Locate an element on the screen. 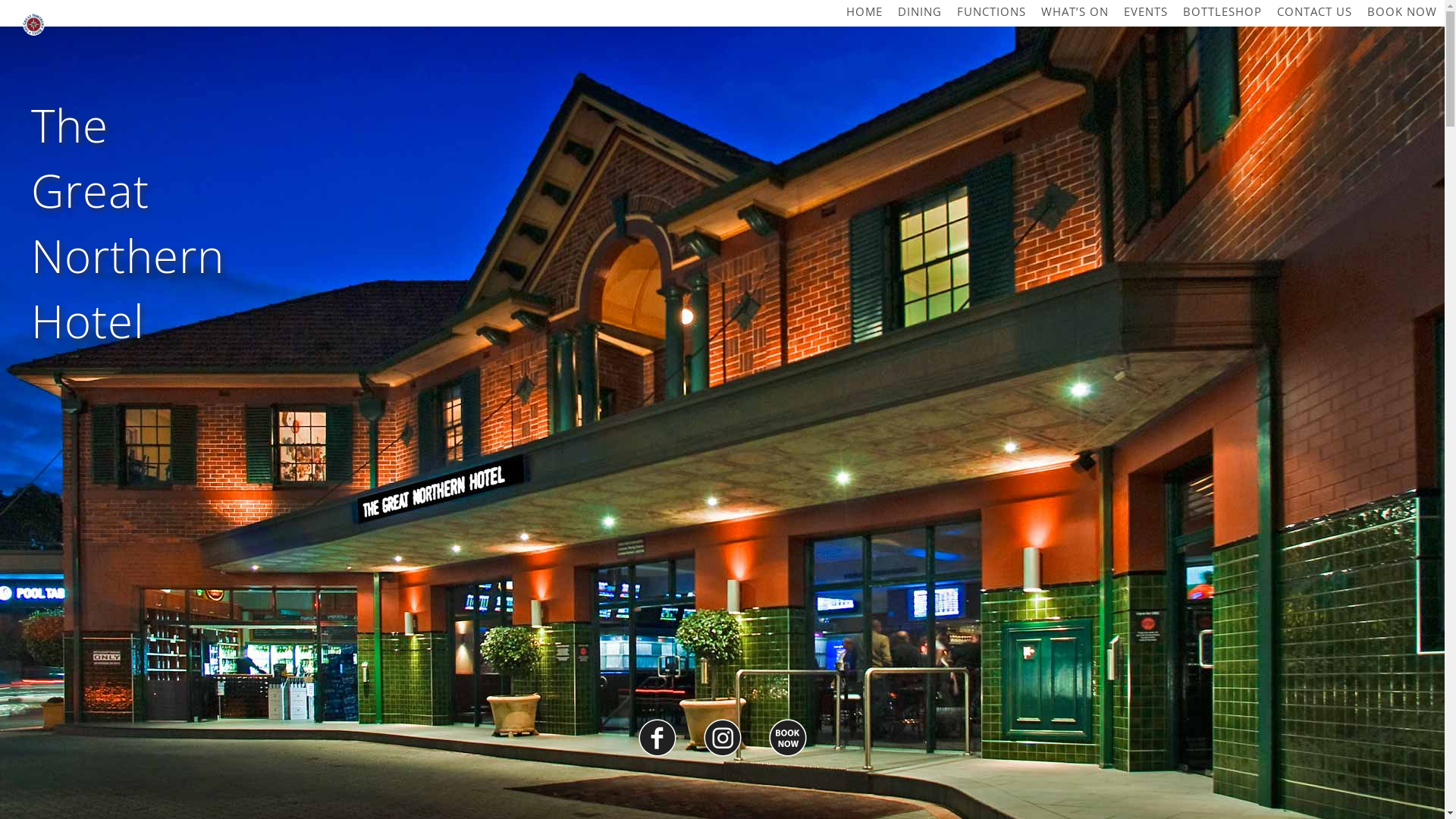 The width and height of the screenshot is (1456, 819). 'EVENTS' is located at coordinates (1146, 11).